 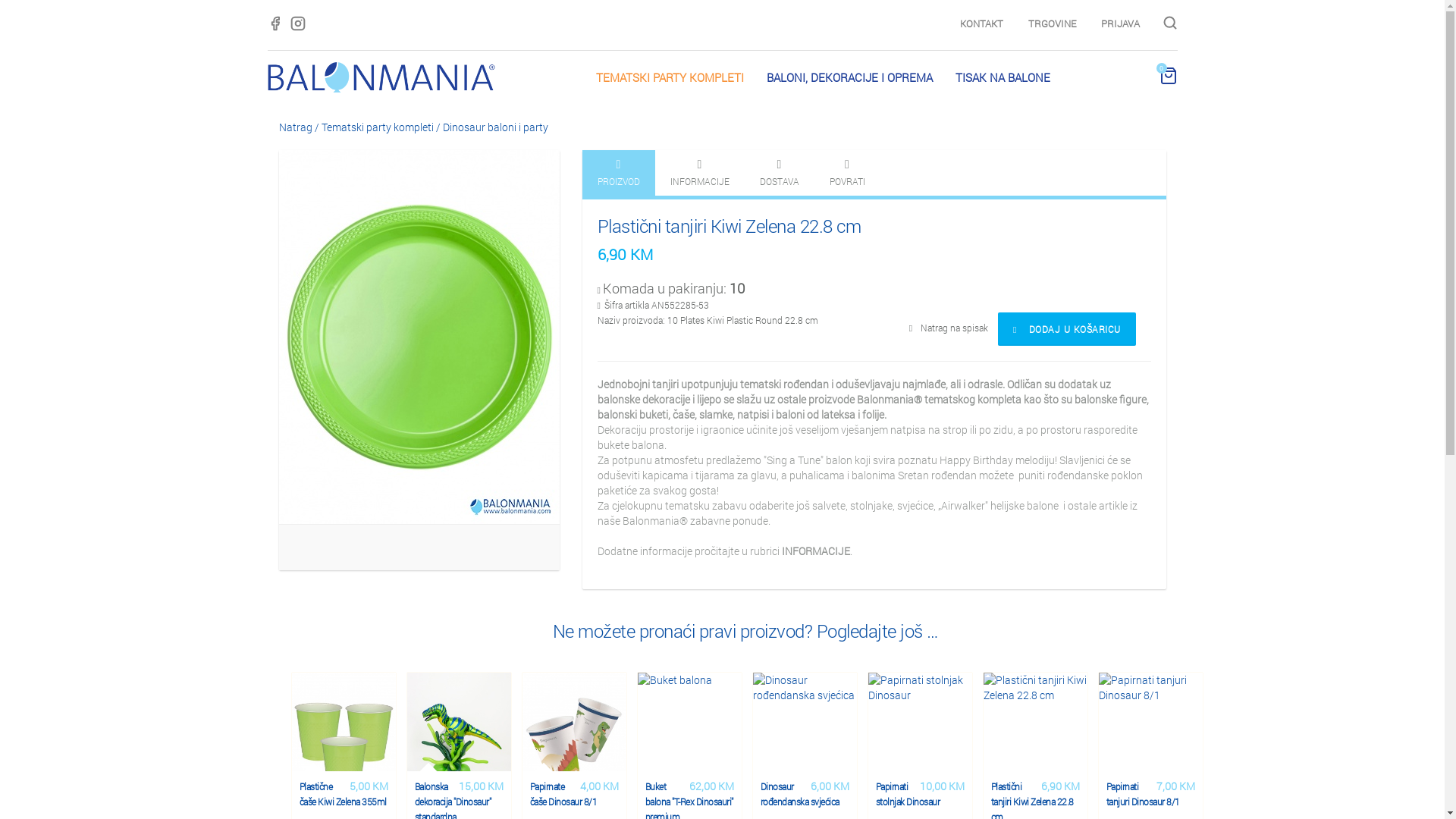 I want to click on 'TRGOVINE', so click(x=1051, y=23).